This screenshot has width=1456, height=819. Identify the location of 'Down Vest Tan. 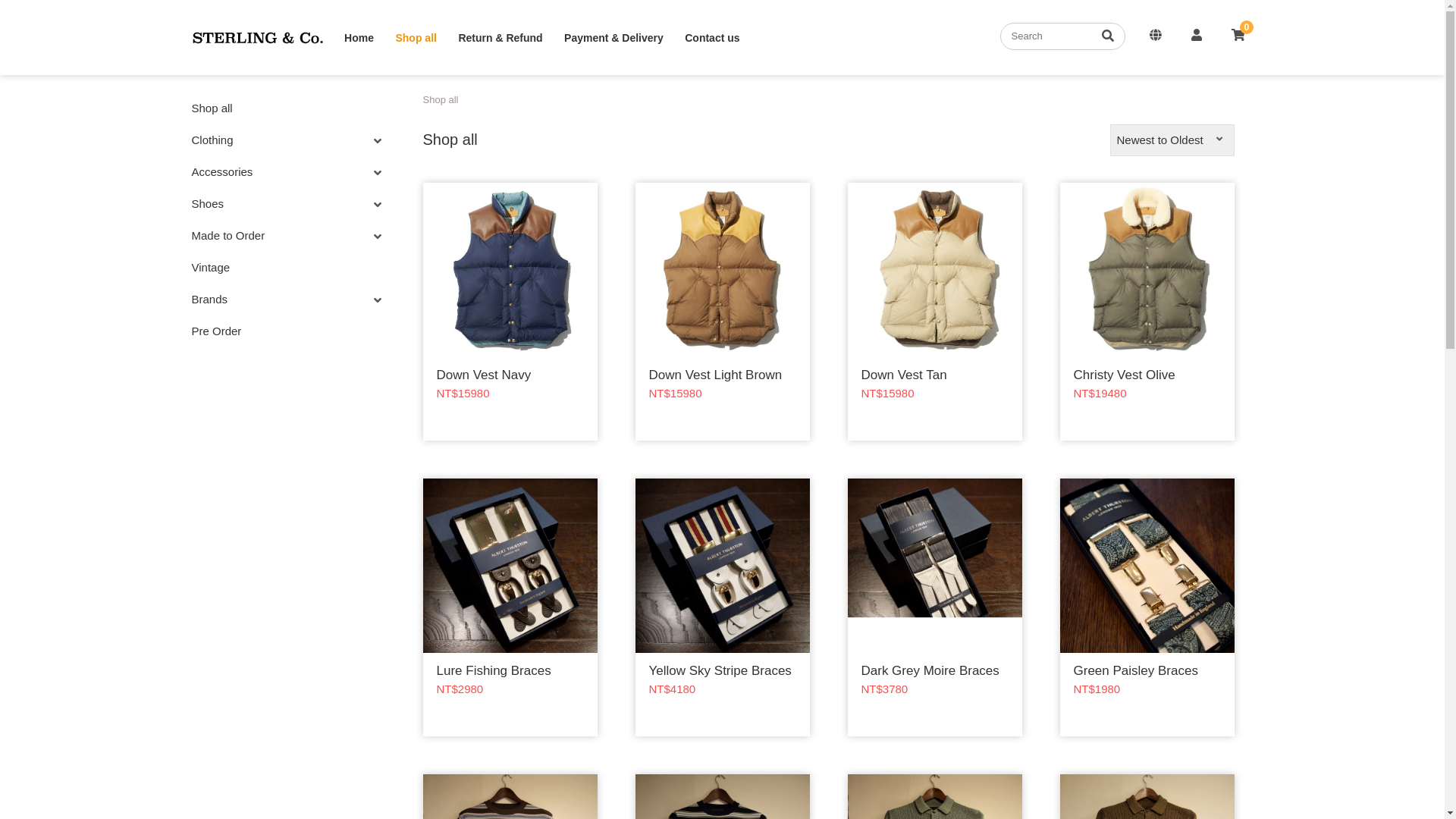
(934, 311).